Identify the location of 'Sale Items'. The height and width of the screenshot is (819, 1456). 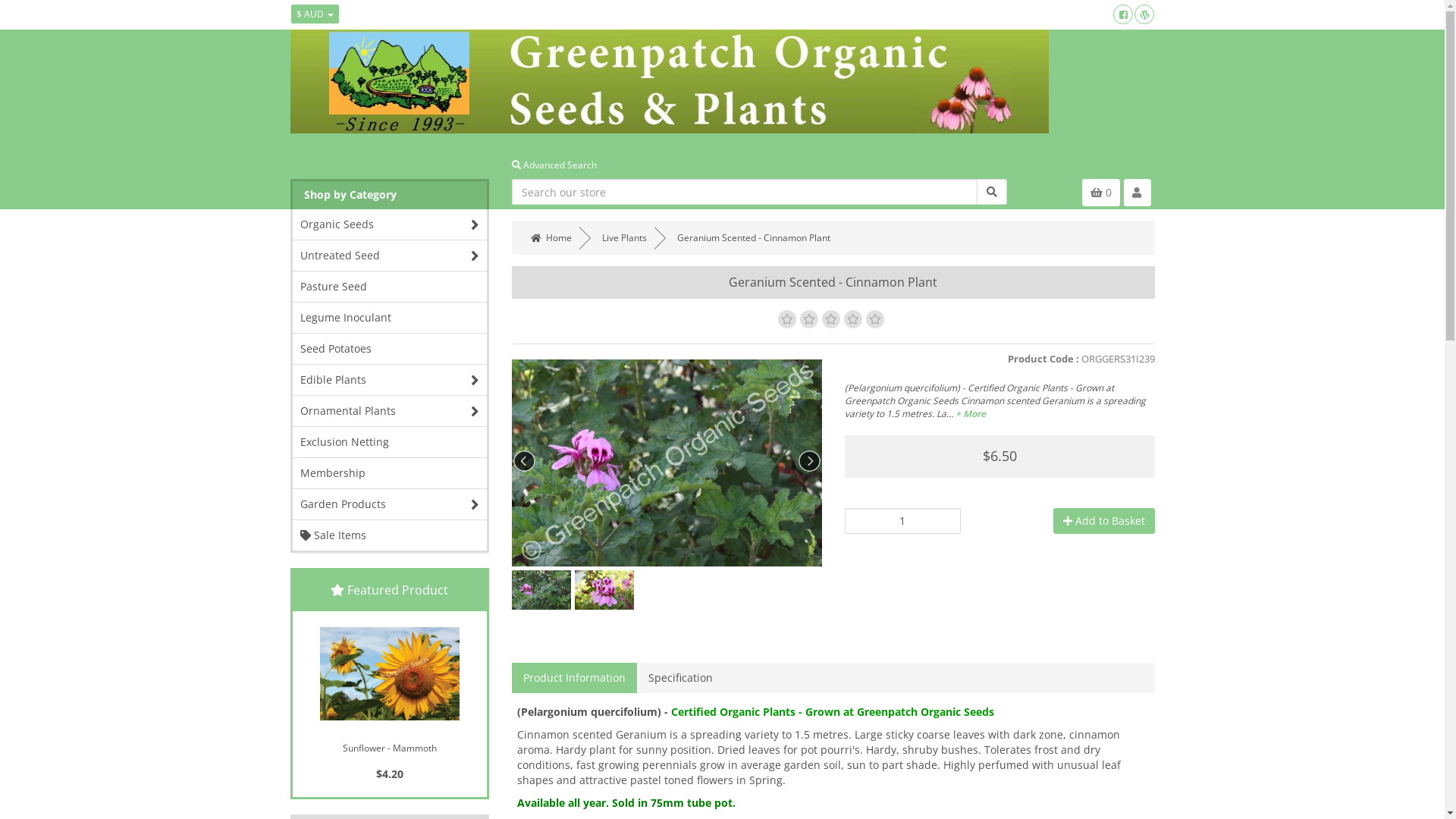
(390, 534).